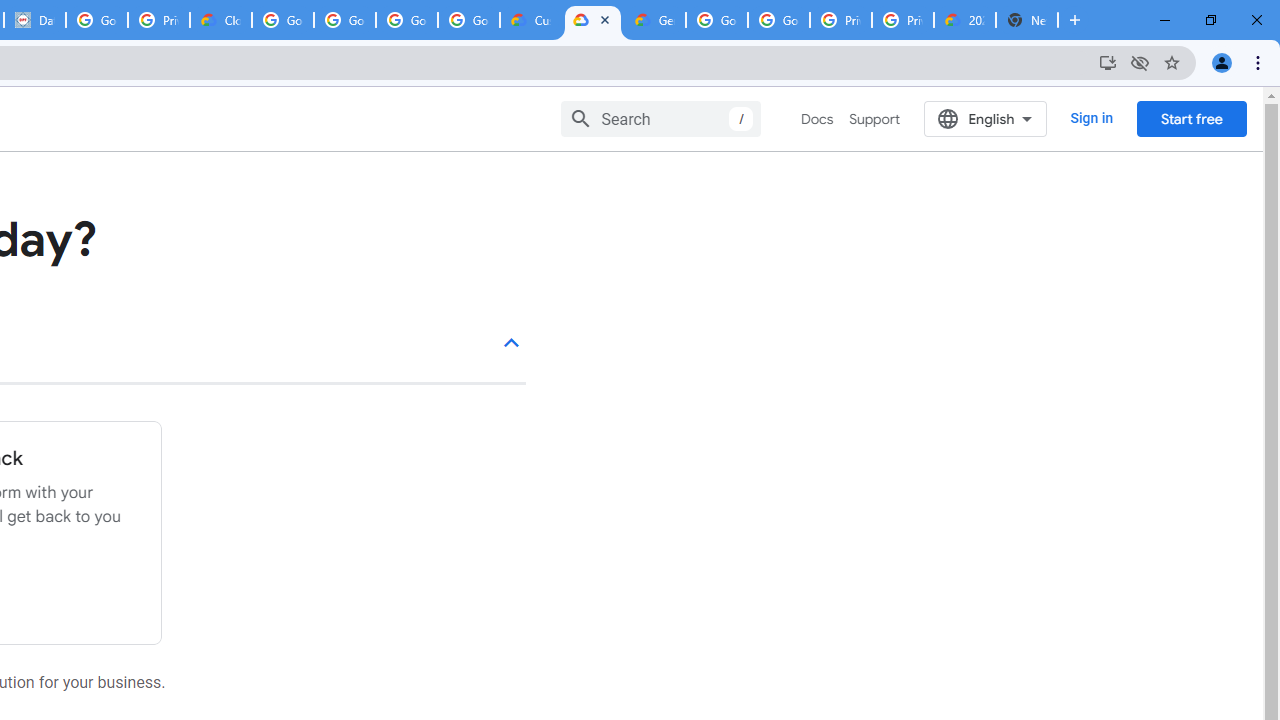  Describe the element at coordinates (406, 20) in the screenshot. I see `'Google Workspace - Specific Terms'` at that location.